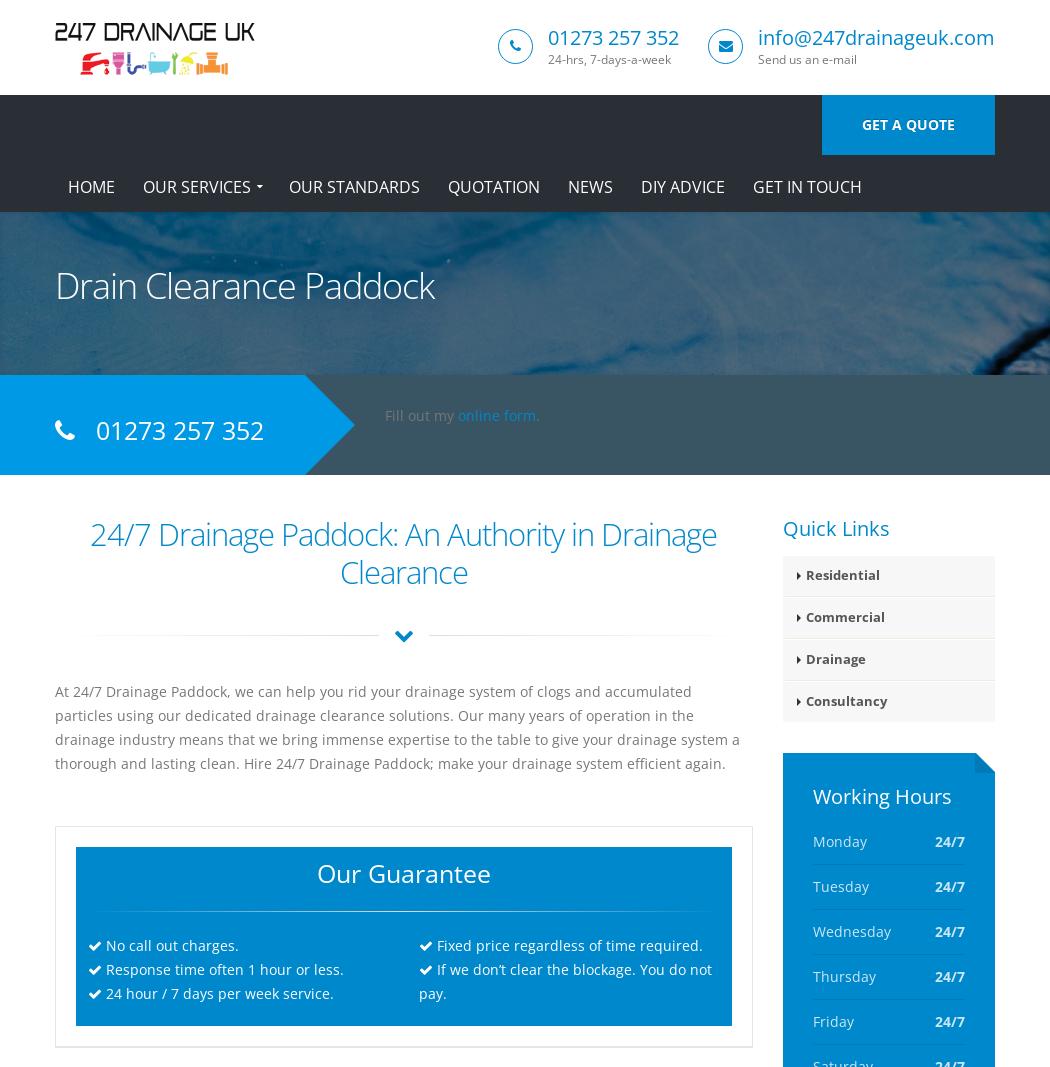 This screenshot has height=1067, width=1050. What do you see at coordinates (547, 58) in the screenshot?
I see `'24-hrs, 7-days-a-week'` at bounding box center [547, 58].